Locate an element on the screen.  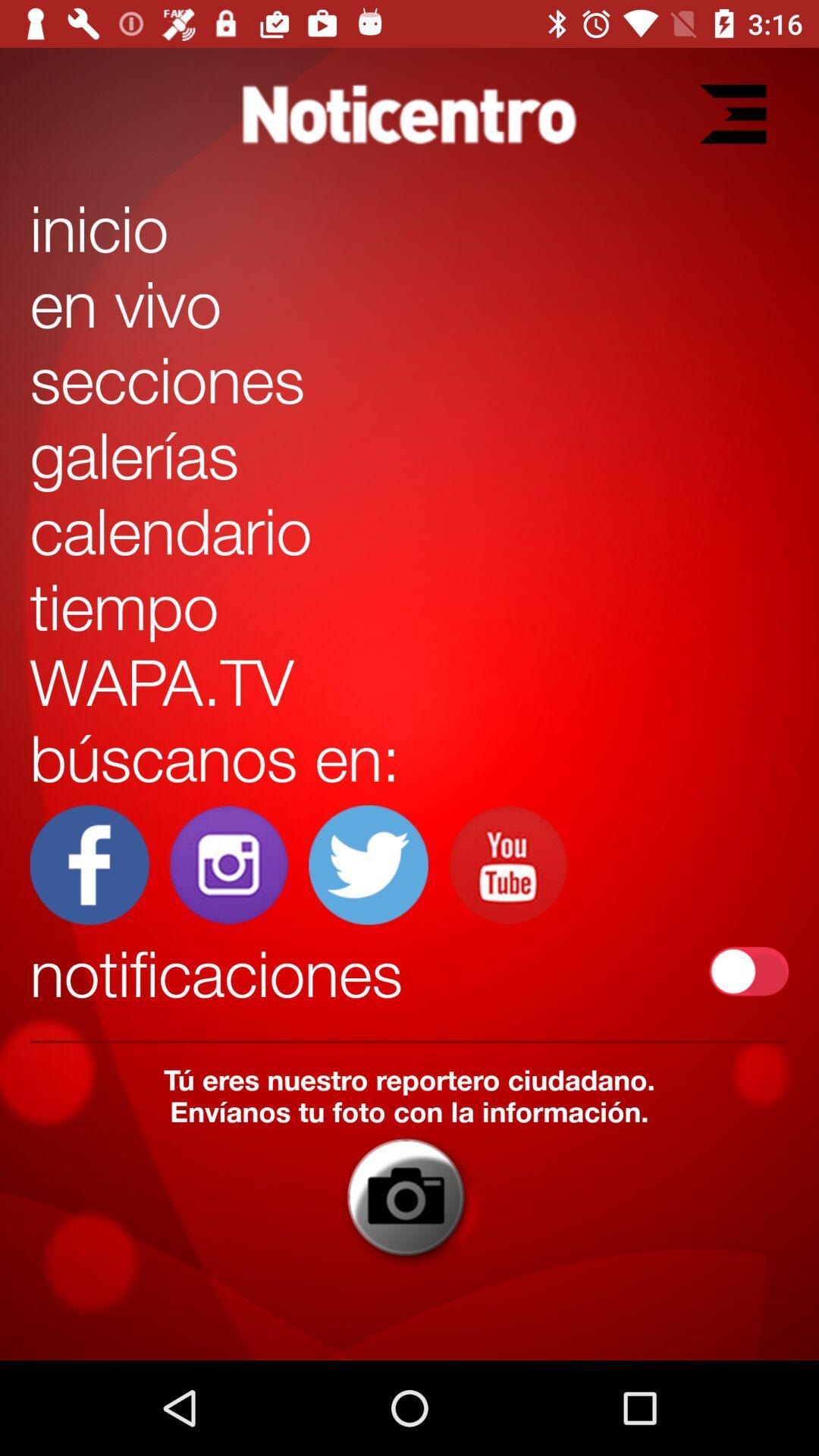
the photo icon is located at coordinates (229, 864).